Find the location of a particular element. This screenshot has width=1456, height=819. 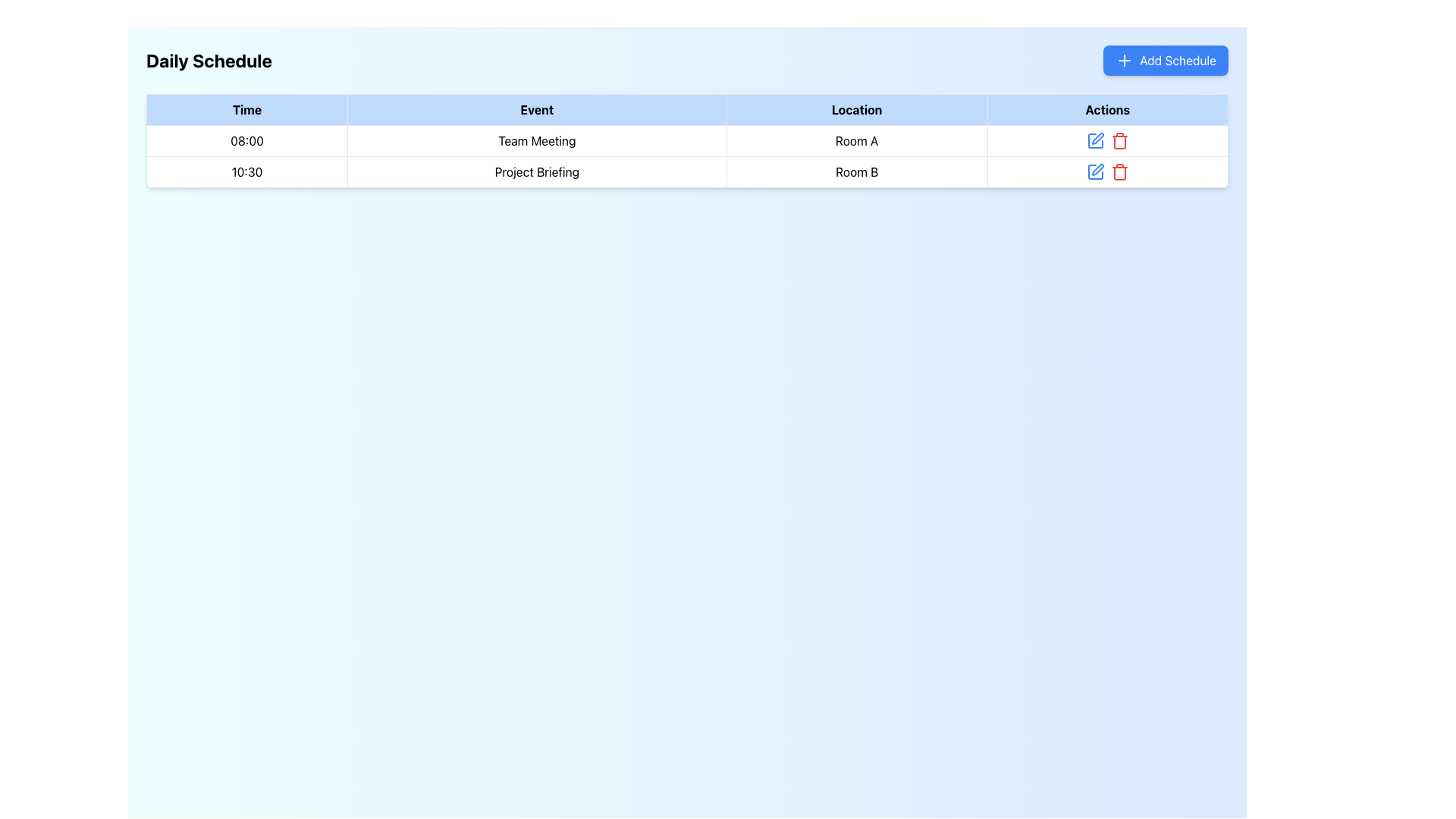

the first cell in the 'Time' column of the table that represents the start time of a scheduled event is located at coordinates (247, 140).